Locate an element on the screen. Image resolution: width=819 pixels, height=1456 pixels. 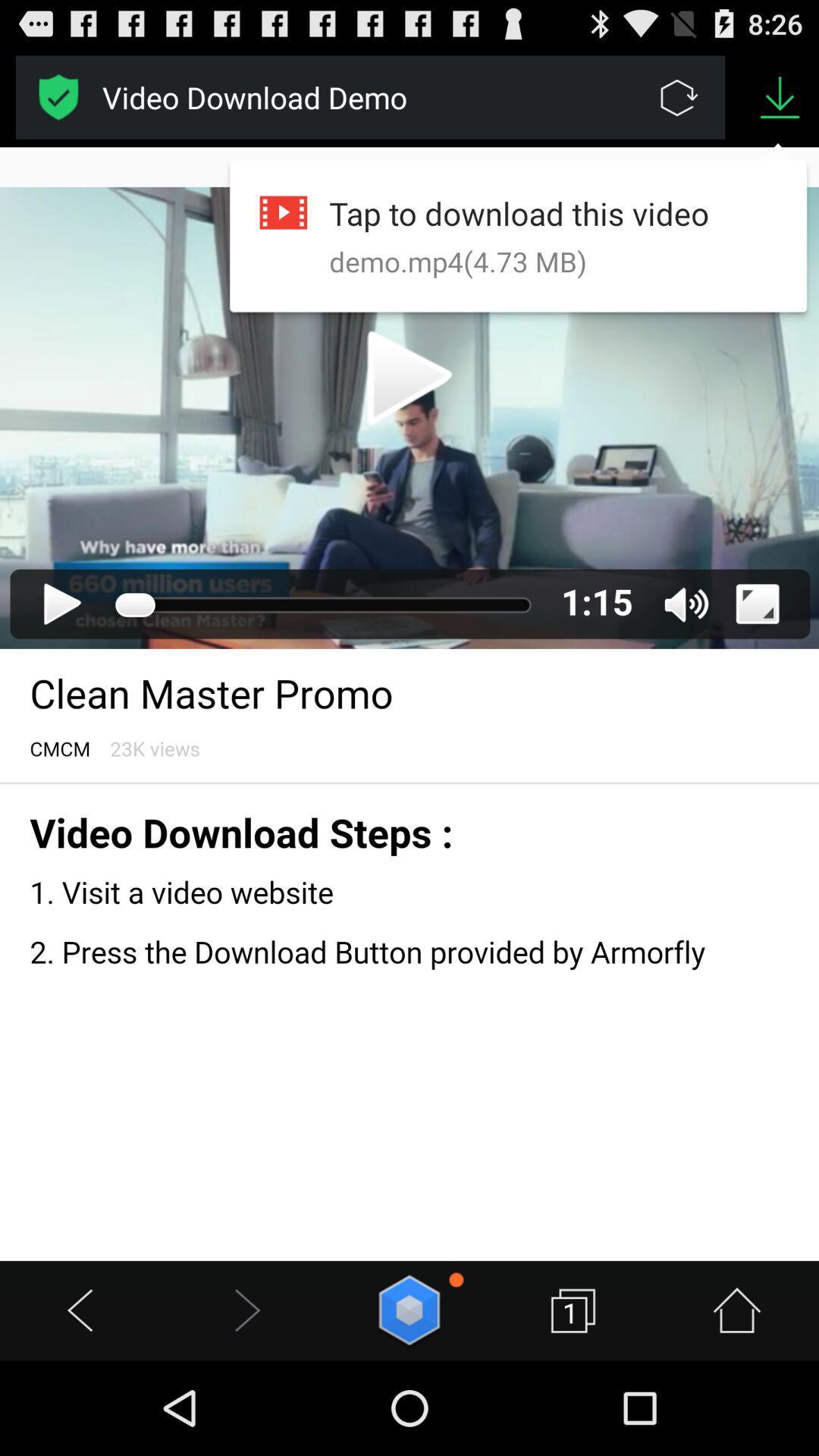
advertisement banner would take off site is located at coordinates (58, 96).